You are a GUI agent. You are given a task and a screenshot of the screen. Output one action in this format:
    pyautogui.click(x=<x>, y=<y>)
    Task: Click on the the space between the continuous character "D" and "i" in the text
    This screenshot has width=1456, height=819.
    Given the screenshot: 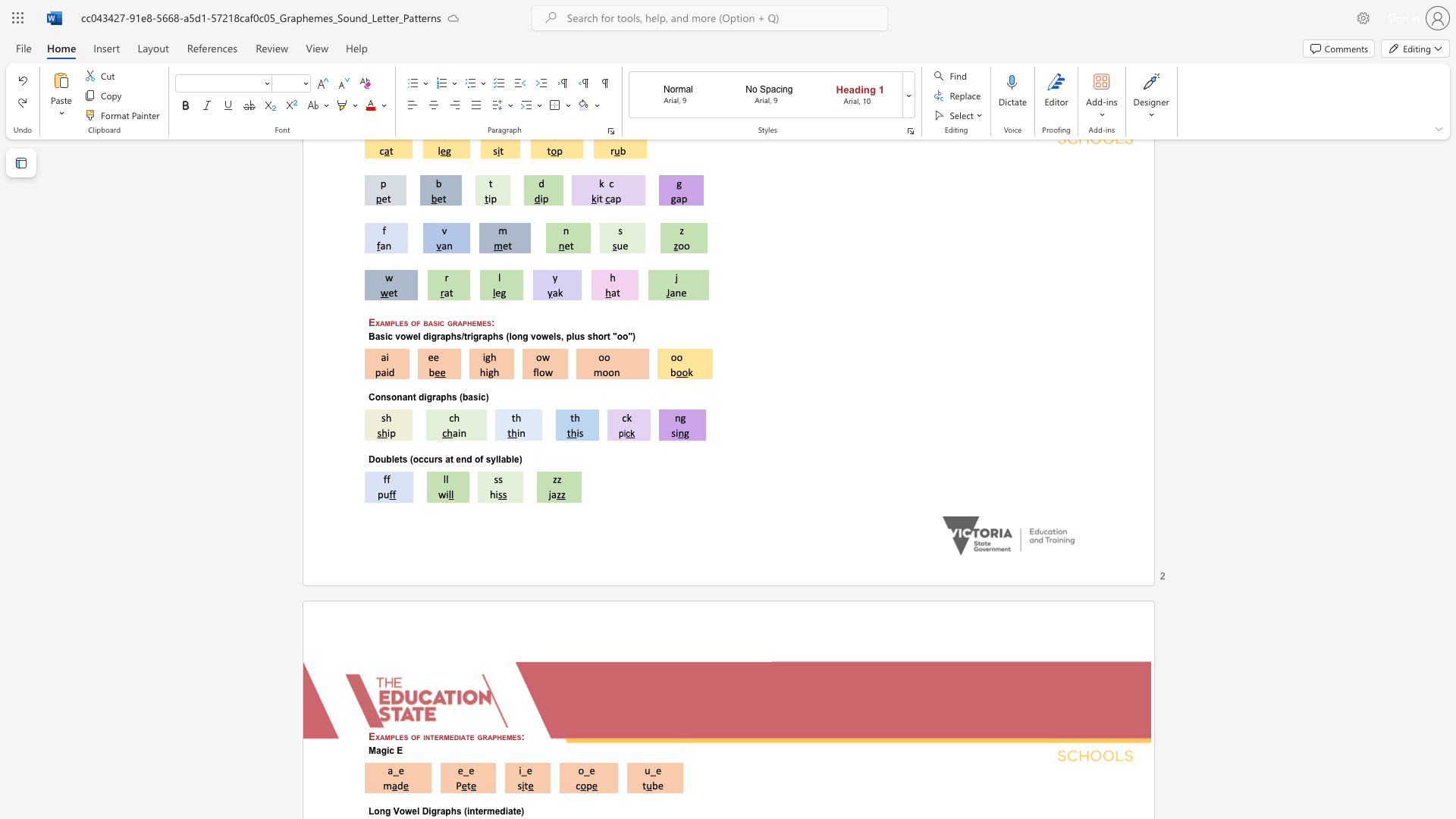 What is the action you would take?
    pyautogui.click(x=427, y=811)
    